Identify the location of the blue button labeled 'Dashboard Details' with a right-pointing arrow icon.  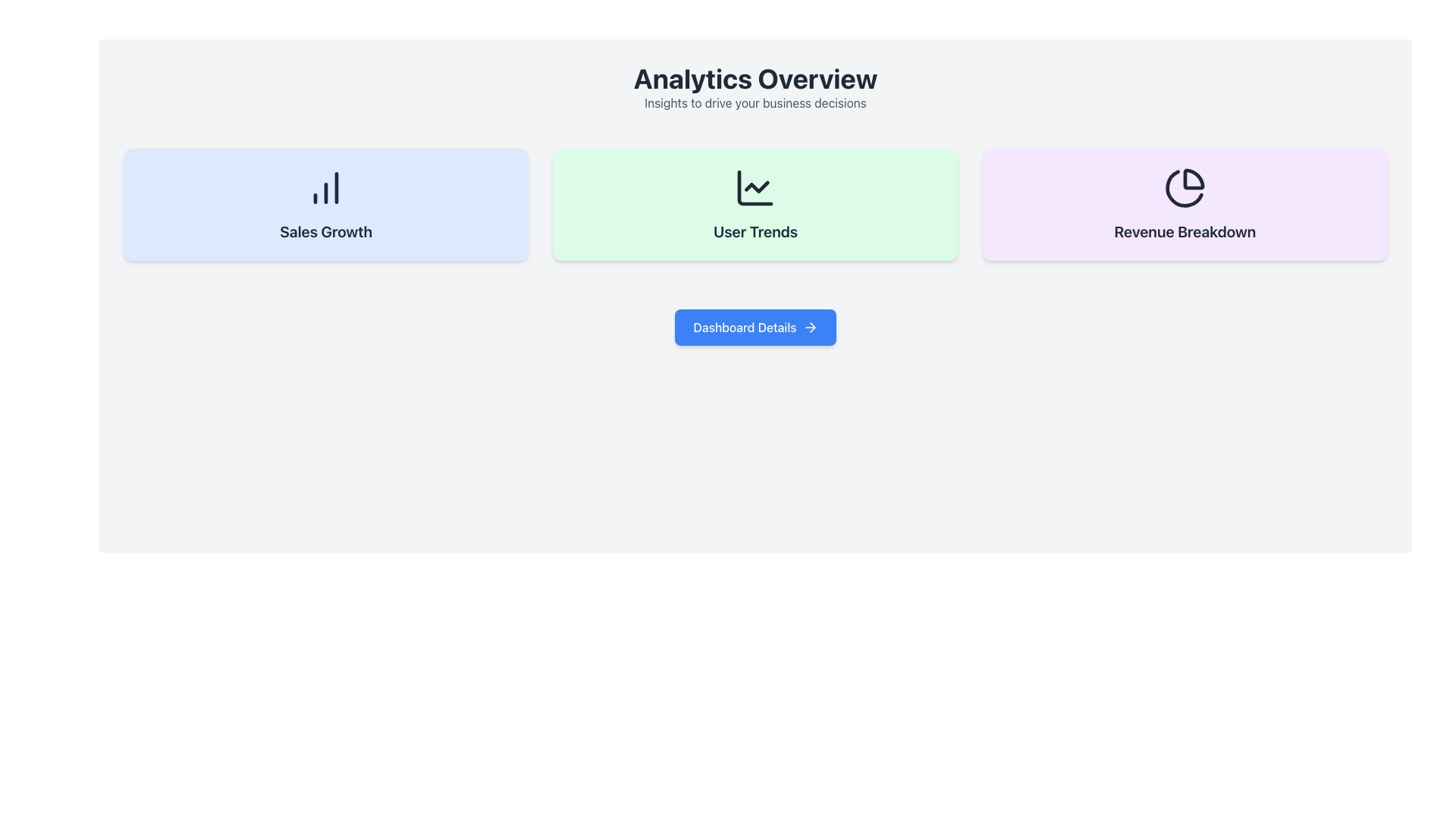
(755, 327).